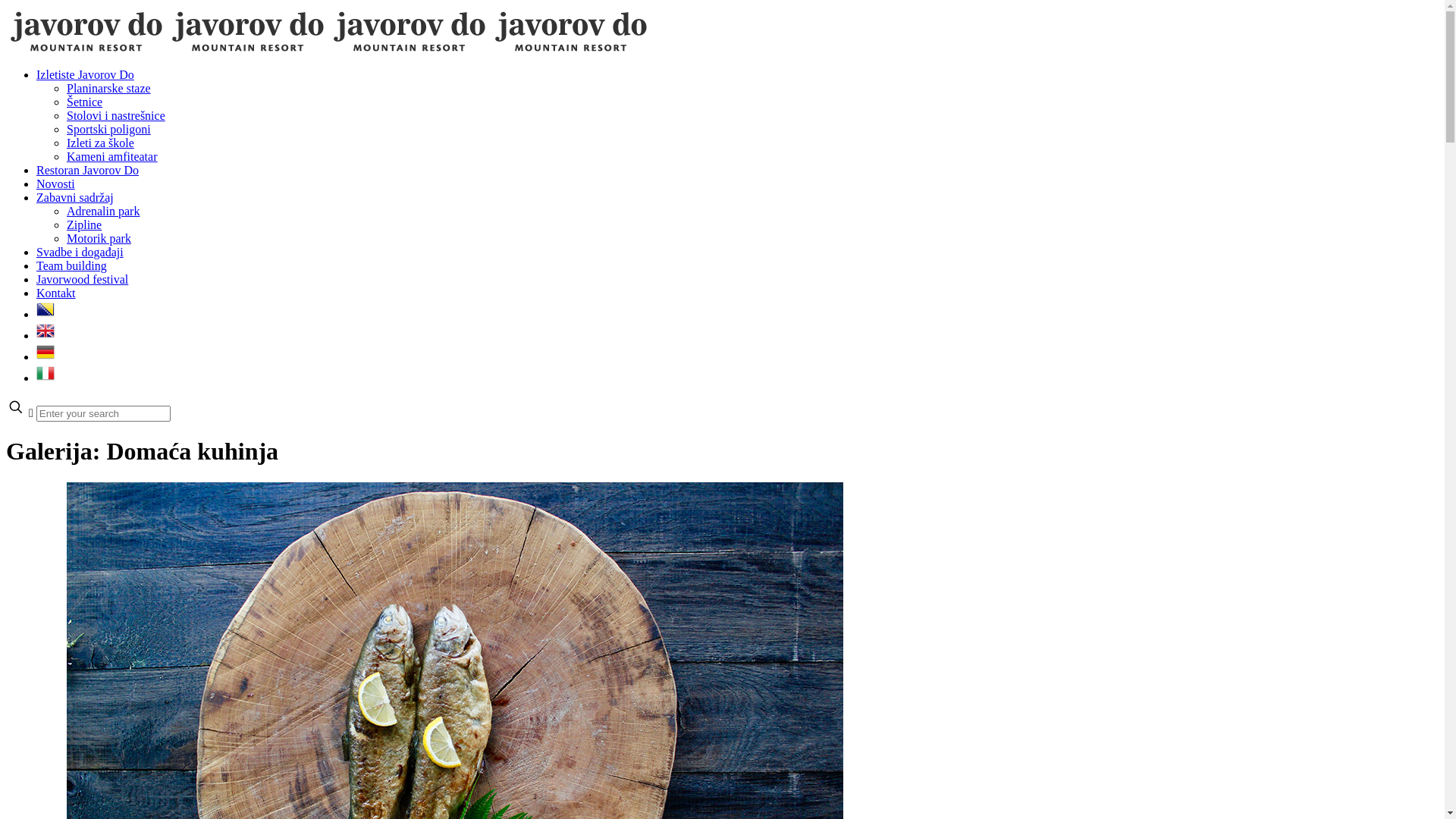  What do you see at coordinates (111, 156) in the screenshot?
I see `'Kameni amfiteatar'` at bounding box center [111, 156].